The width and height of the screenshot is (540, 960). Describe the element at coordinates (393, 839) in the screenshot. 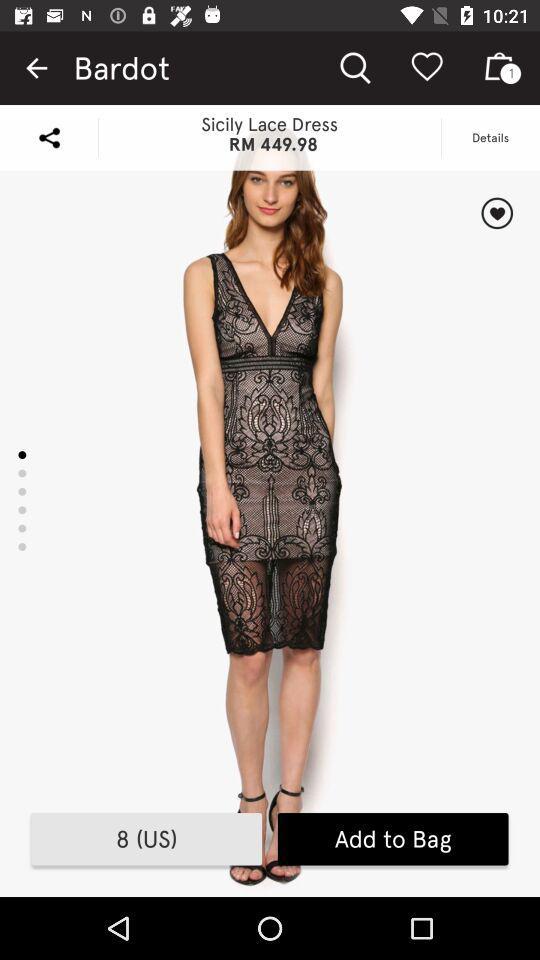

I see `the add to bag item` at that location.